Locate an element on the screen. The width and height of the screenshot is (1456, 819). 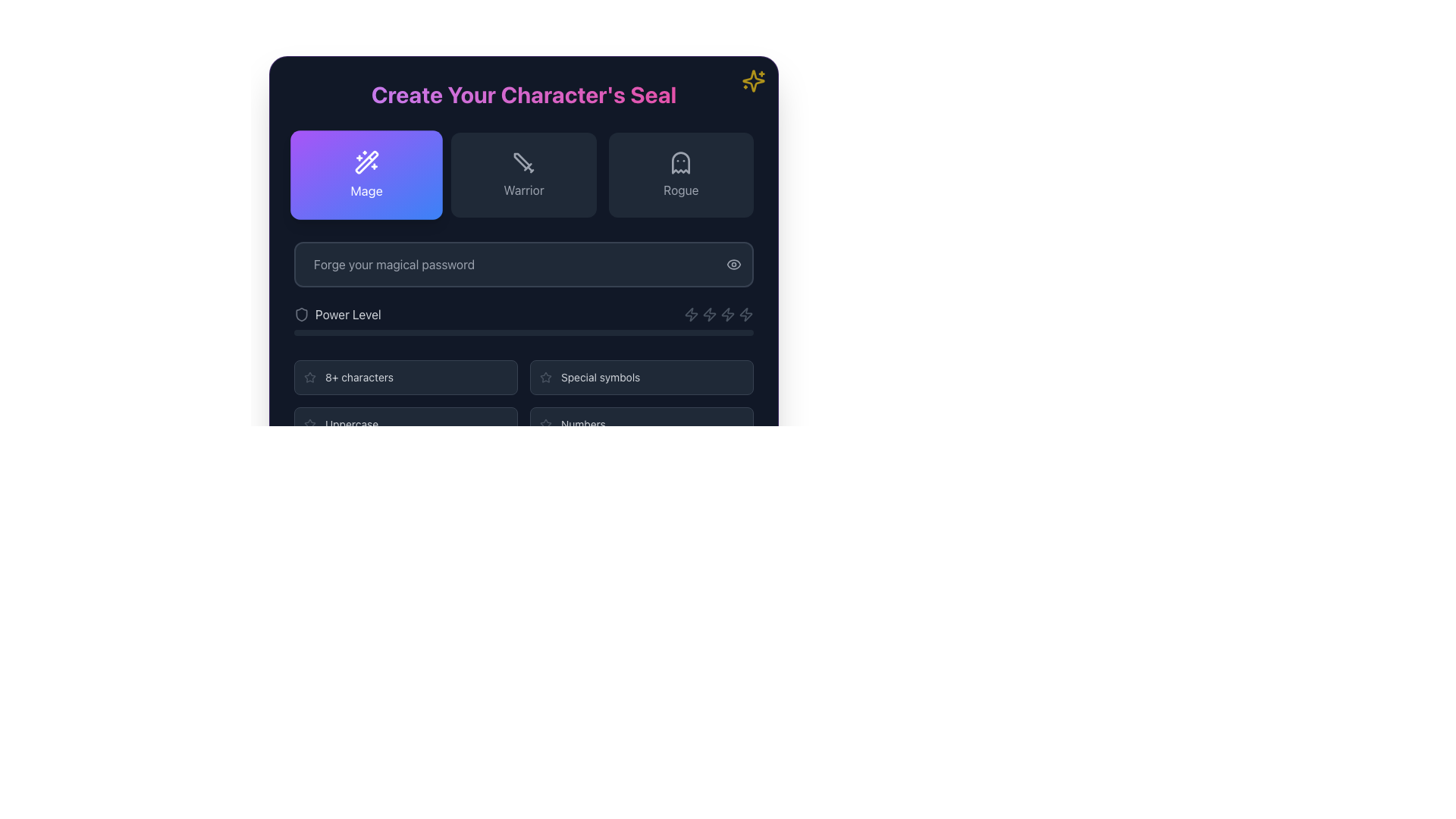
the 'Rogue' character class selection button located at the top-right corner of the grid beneath the title 'Create Your Character's Seal' is located at coordinates (680, 174).